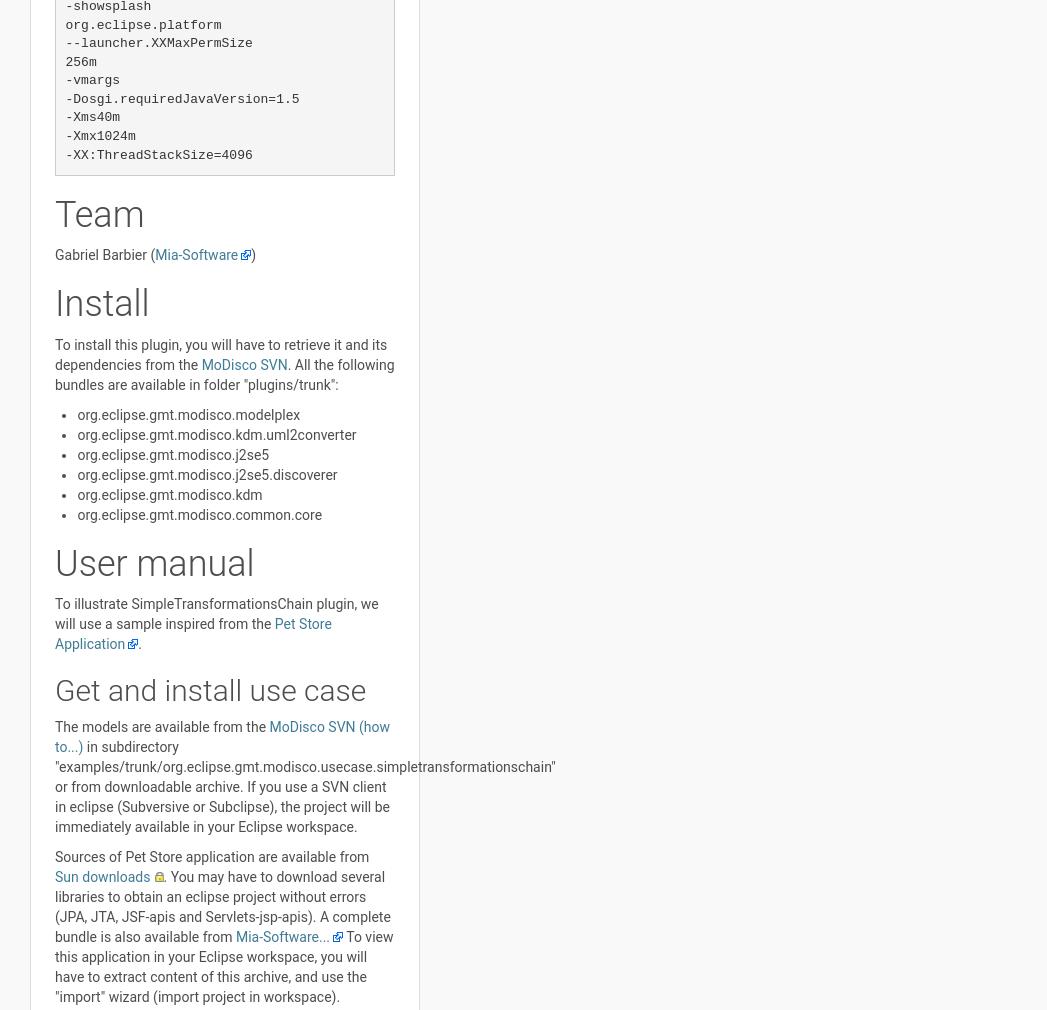  I want to click on '.
You may have to download several libraries to obtain an eclipse project without errors (JPA, JTA, JSF-apis and Servlets-jsp-apis).
A complete bundle is also available from', so click(221, 906).